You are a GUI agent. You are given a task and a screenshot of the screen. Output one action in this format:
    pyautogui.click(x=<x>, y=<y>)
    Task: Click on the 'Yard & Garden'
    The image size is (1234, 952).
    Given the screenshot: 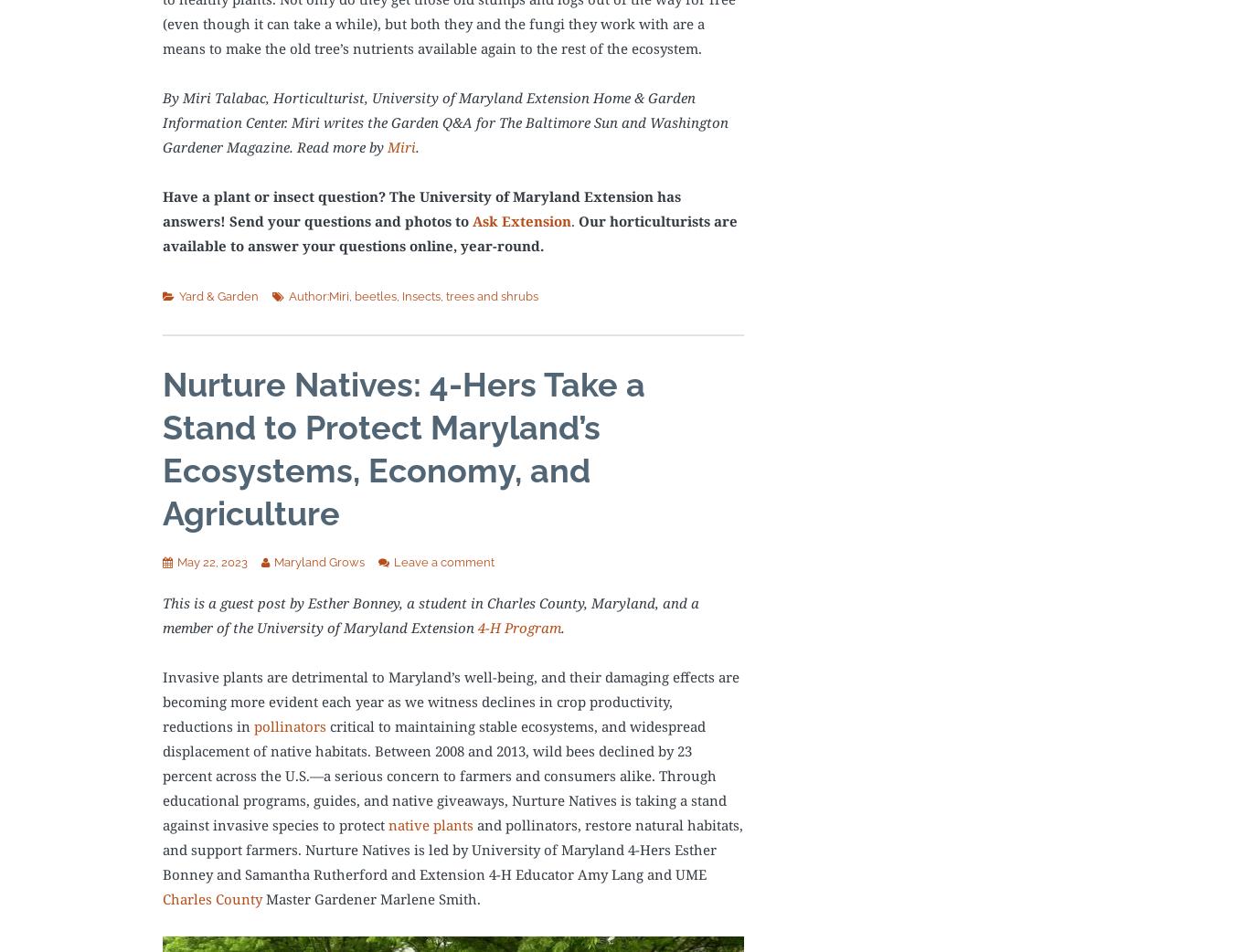 What is the action you would take?
    pyautogui.click(x=218, y=295)
    